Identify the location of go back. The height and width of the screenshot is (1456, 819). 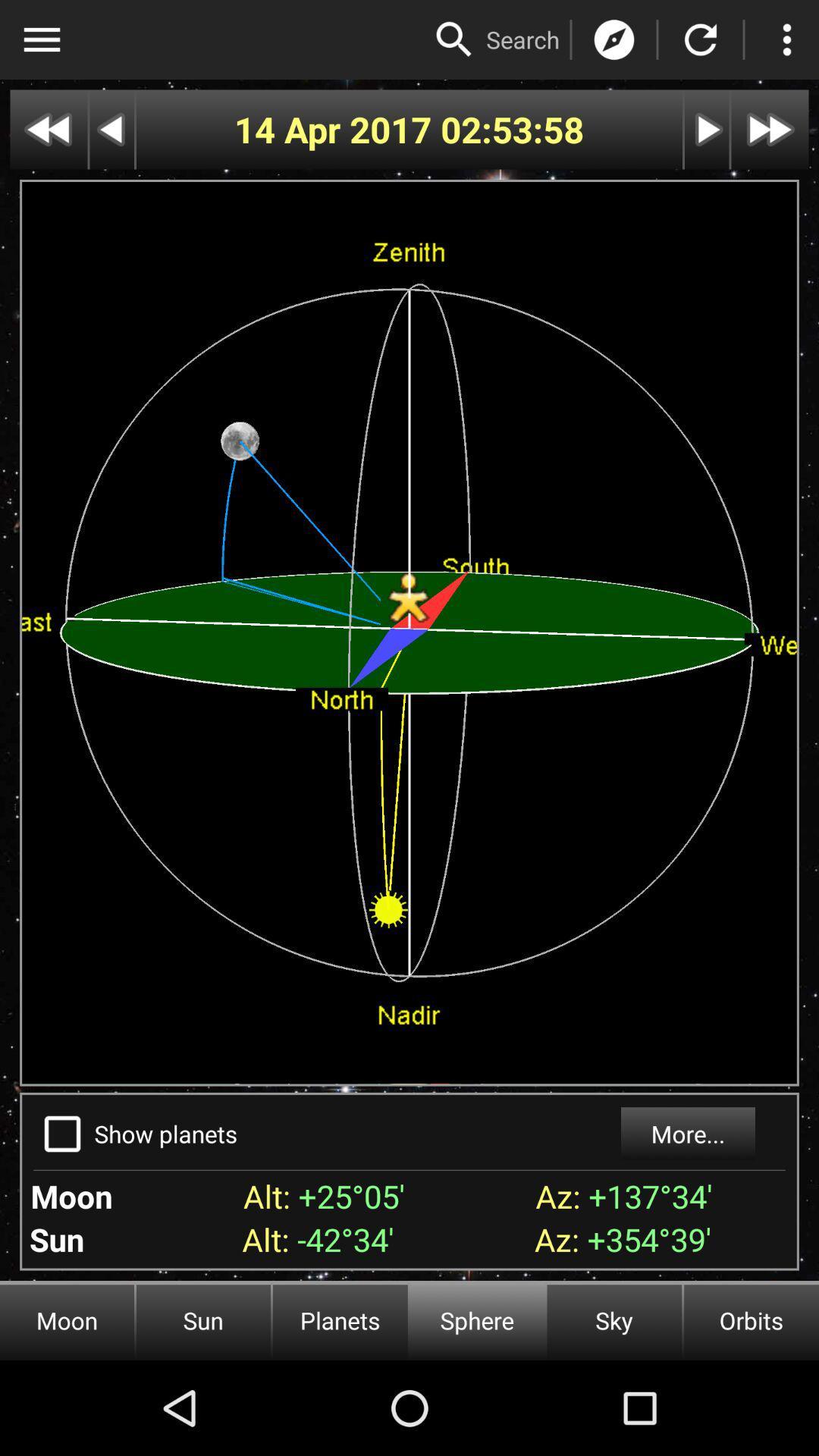
(48, 130).